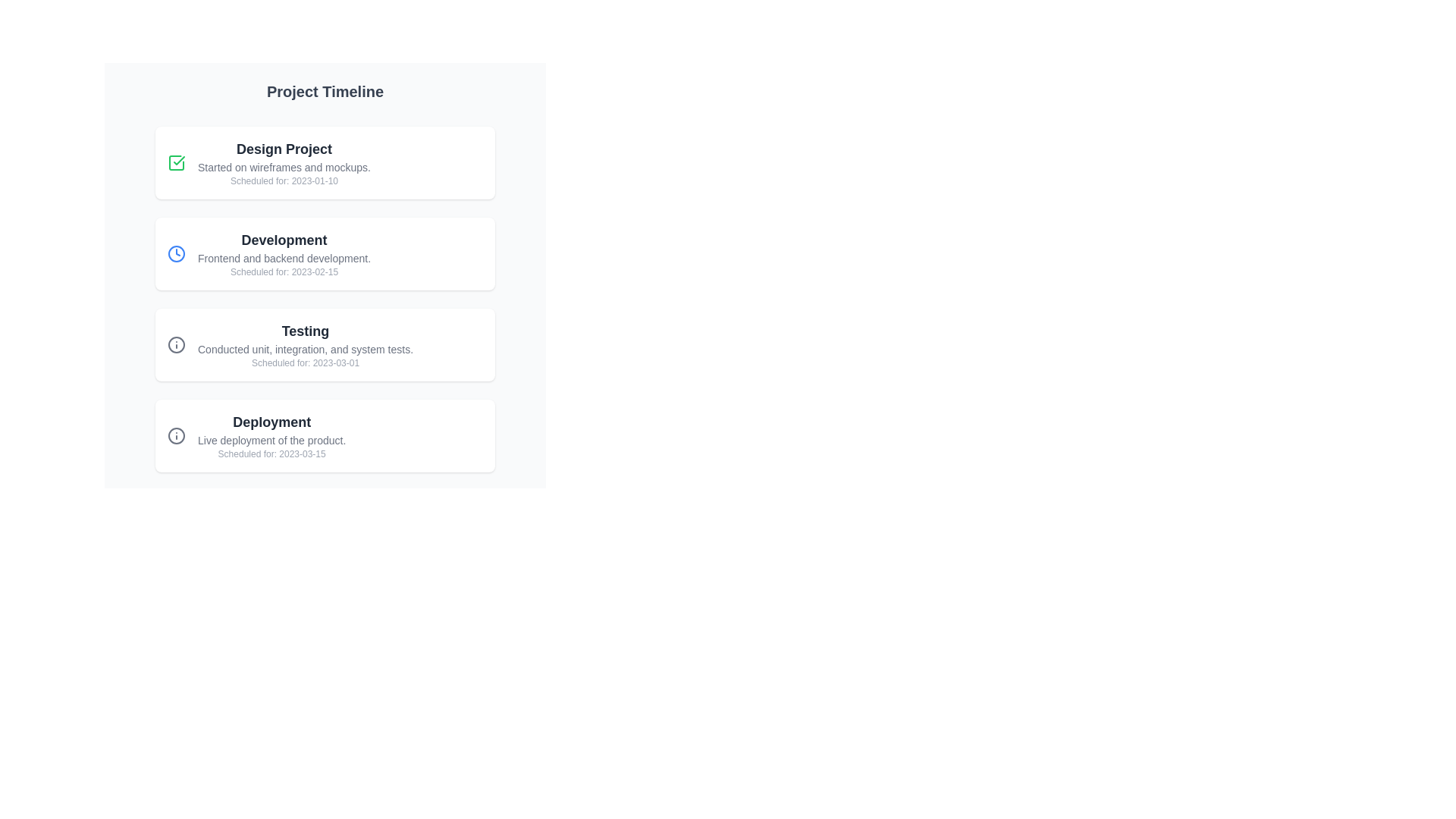  What do you see at coordinates (271, 435) in the screenshot?
I see `the Informational display component titled 'Deployment', which contains a description and a scheduled date, located at the bottom of the vertical list in the interface` at bounding box center [271, 435].